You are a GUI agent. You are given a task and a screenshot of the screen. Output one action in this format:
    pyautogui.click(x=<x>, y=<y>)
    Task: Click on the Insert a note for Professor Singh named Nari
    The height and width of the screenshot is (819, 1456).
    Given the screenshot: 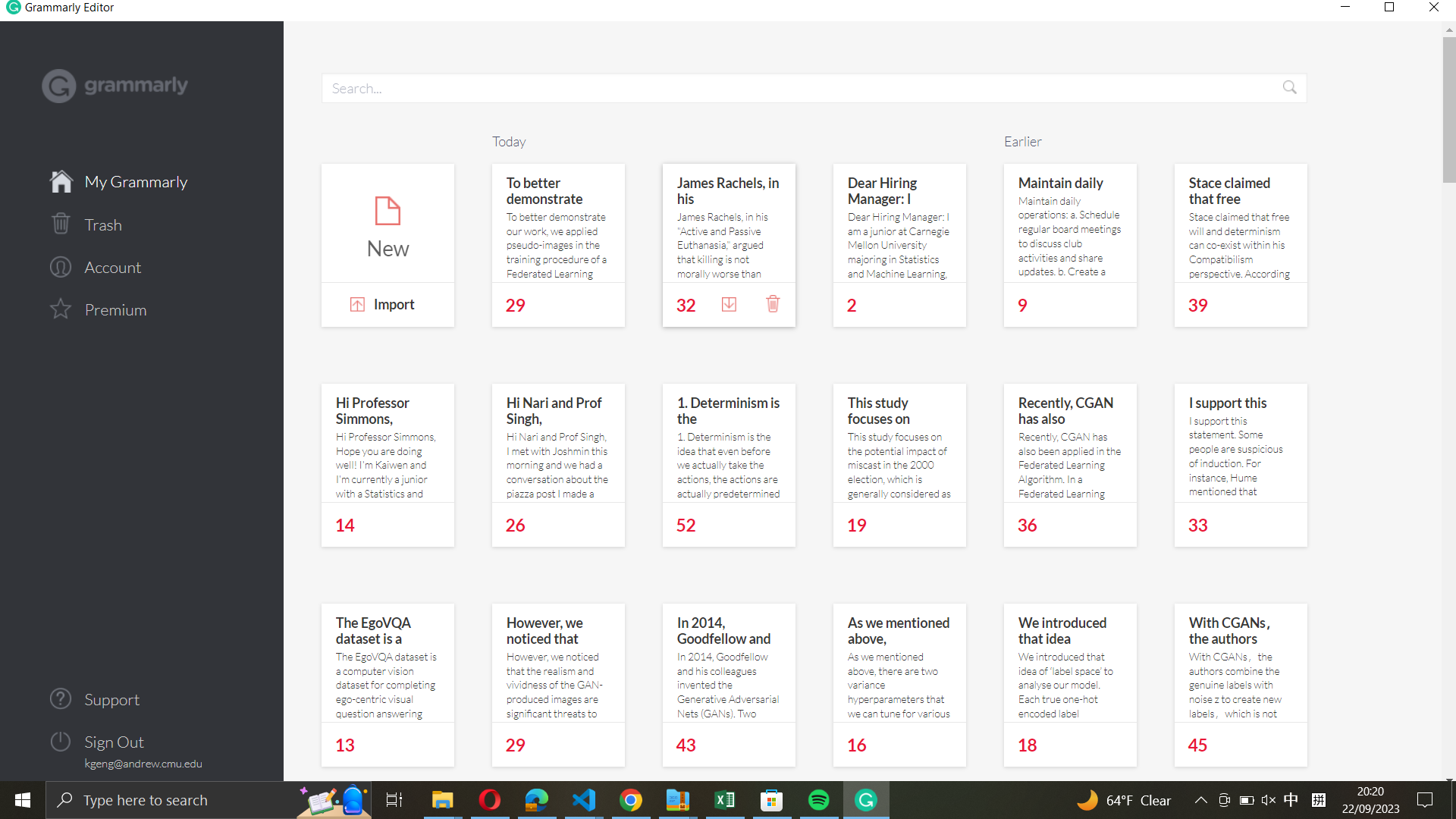 What is the action you would take?
    pyautogui.click(x=557, y=442)
    